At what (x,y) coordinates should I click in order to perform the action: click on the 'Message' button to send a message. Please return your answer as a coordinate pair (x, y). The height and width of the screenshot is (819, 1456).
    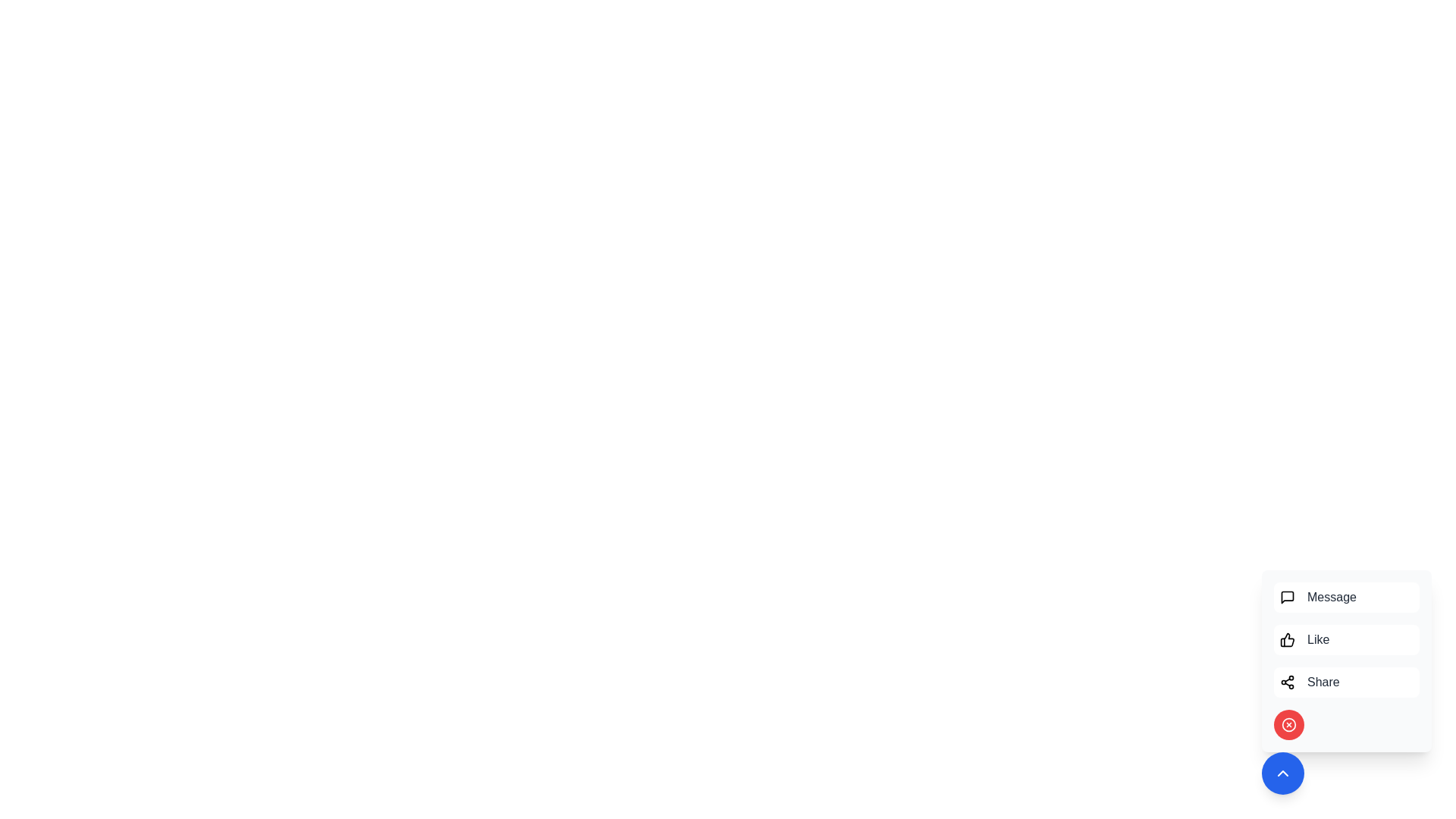
    Looking at the image, I should click on (1347, 596).